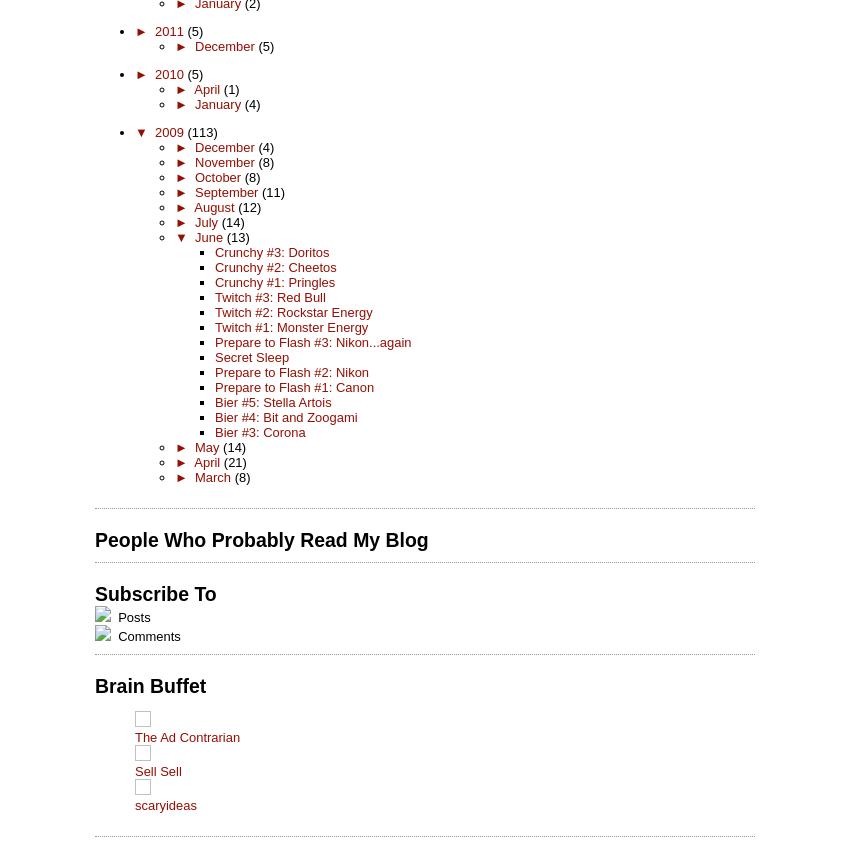 The width and height of the screenshot is (850, 857). What do you see at coordinates (252, 355) in the screenshot?
I see `'Secret Sleep'` at bounding box center [252, 355].